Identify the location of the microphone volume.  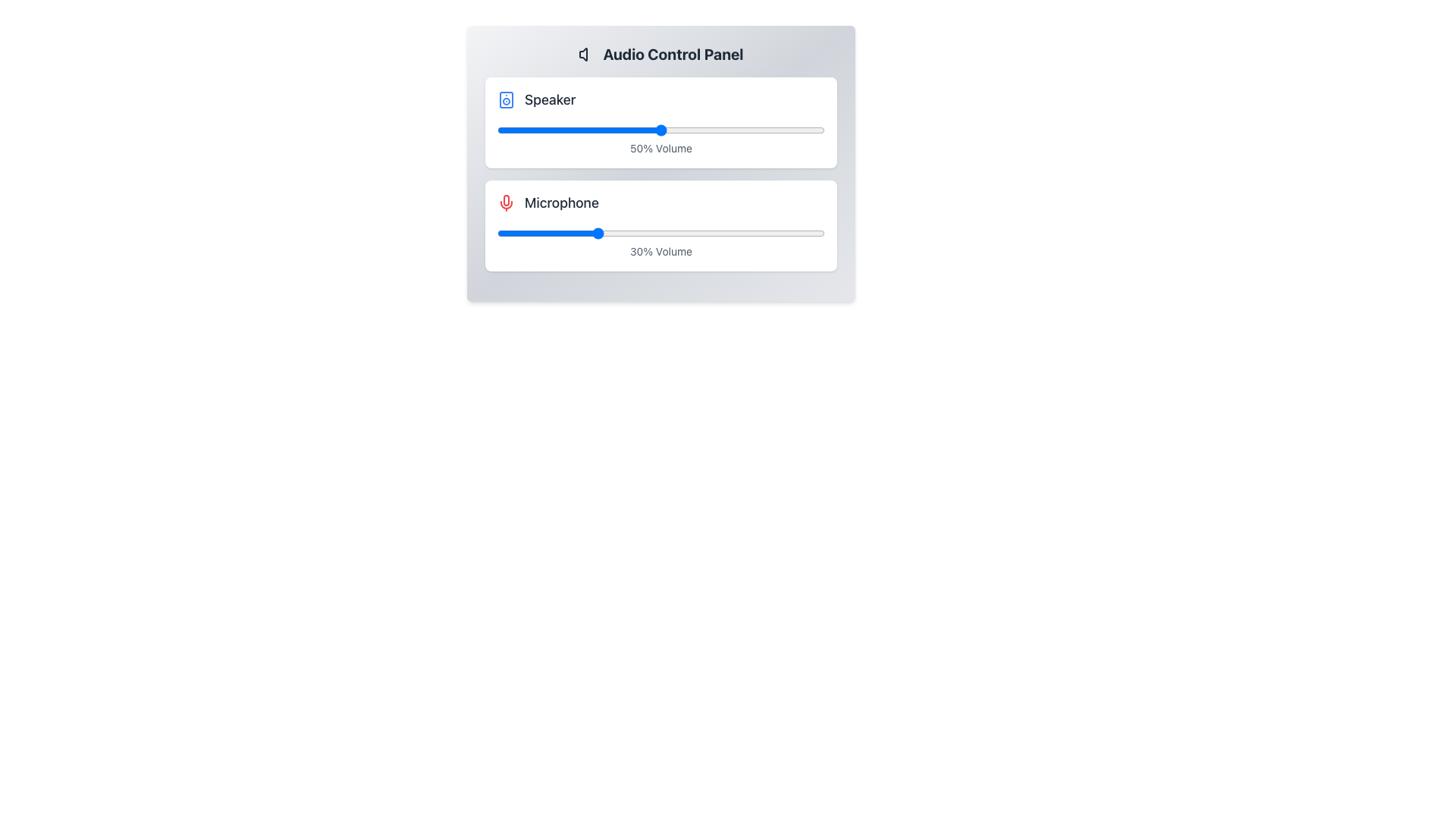
(604, 234).